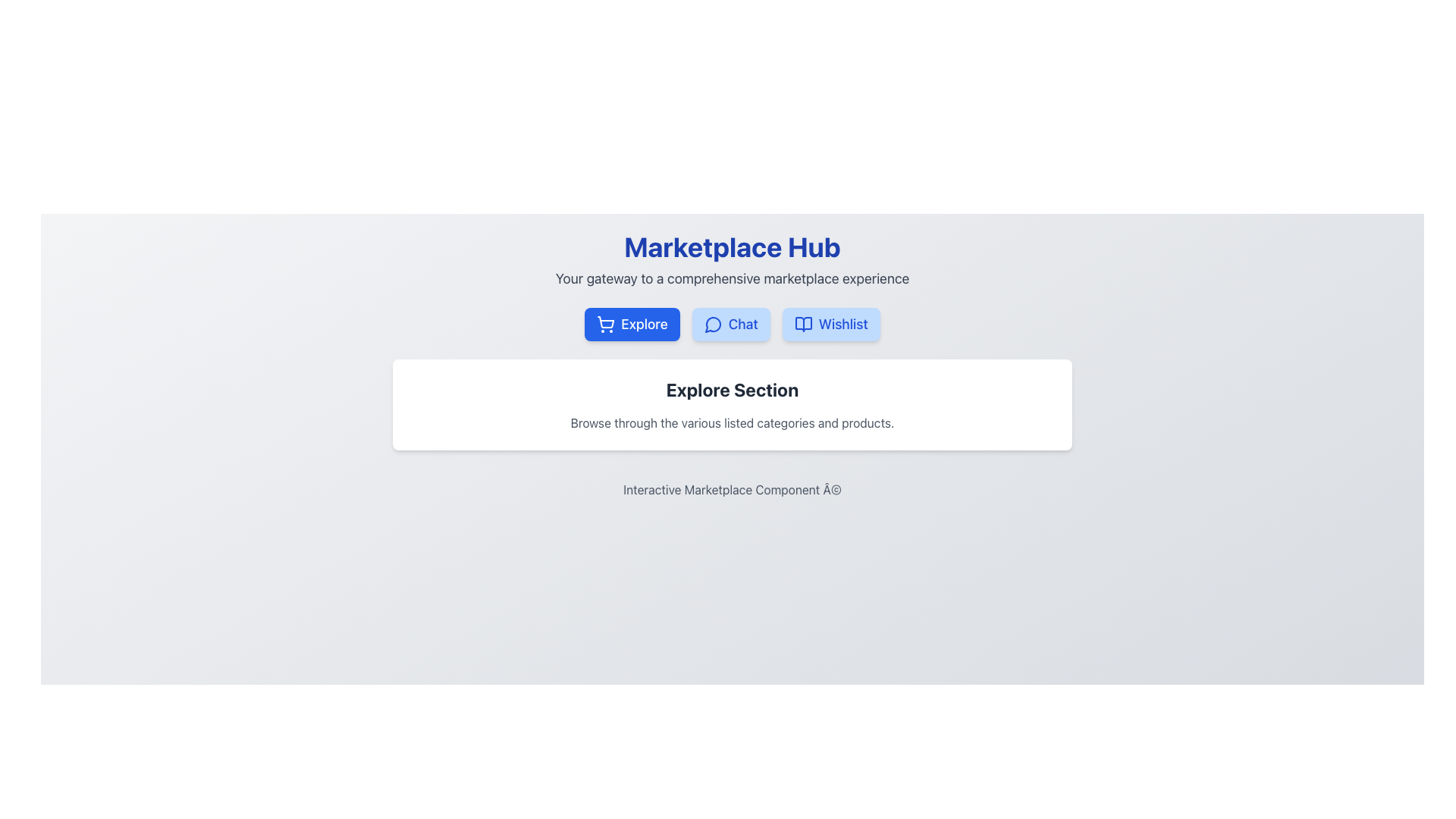  Describe the element at coordinates (731, 324) in the screenshot. I see `the chat button` at that location.